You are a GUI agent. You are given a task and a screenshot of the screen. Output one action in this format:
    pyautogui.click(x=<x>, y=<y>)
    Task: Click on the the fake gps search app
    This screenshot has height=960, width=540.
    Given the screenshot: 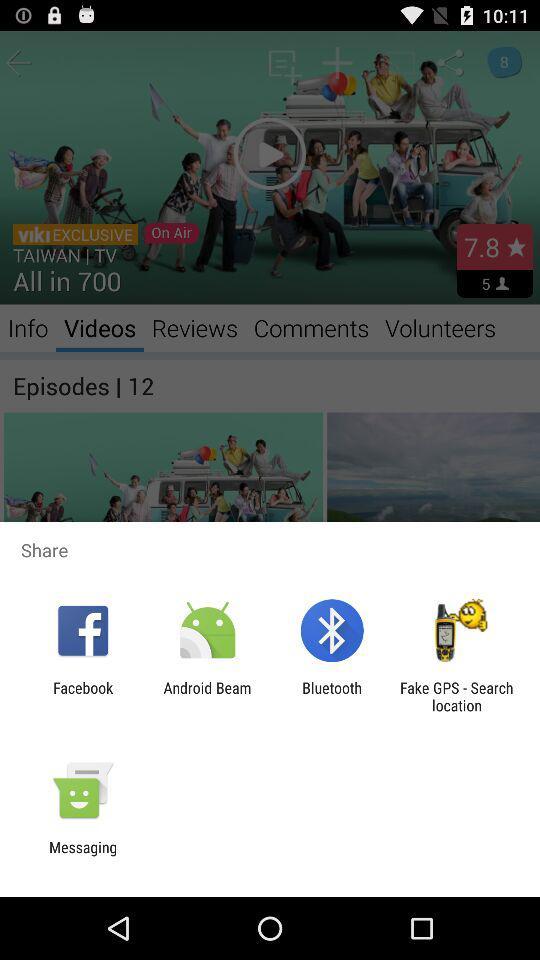 What is the action you would take?
    pyautogui.click(x=456, y=696)
    